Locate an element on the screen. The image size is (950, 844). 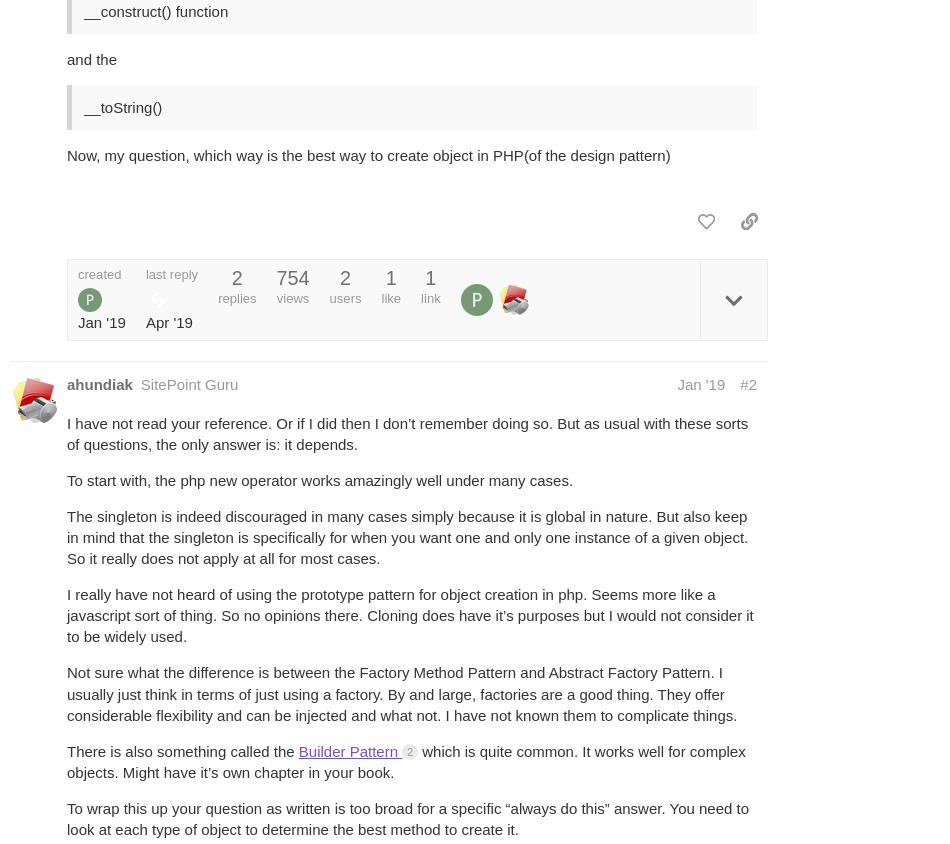
'and the' is located at coordinates (66, 58).